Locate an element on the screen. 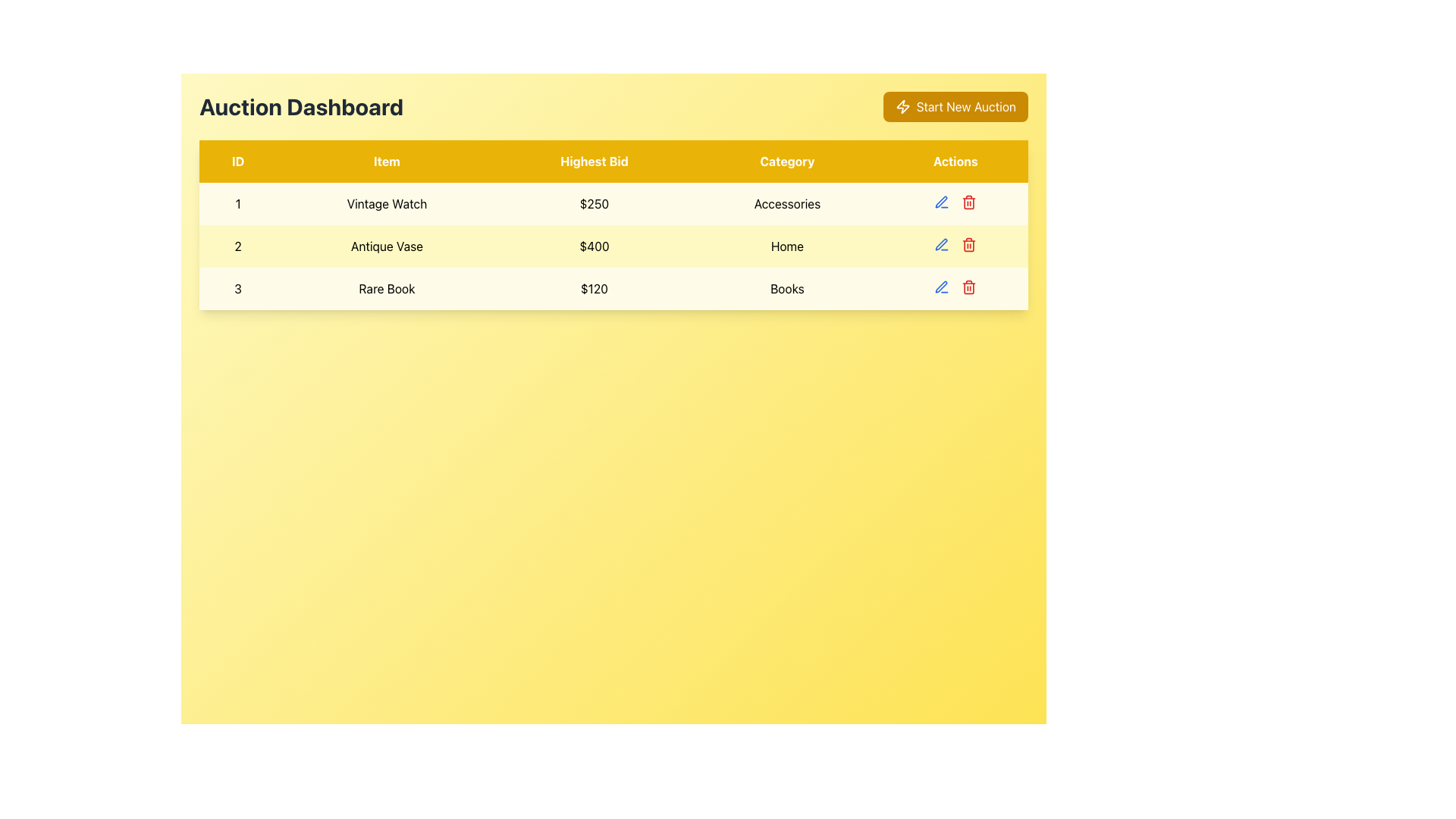 This screenshot has width=1456, height=819. the third column header in the auction dashboard table, which labels the highest bid values for items, located between the 'Item' and 'Category' headers is located at coordinates (593, 161).